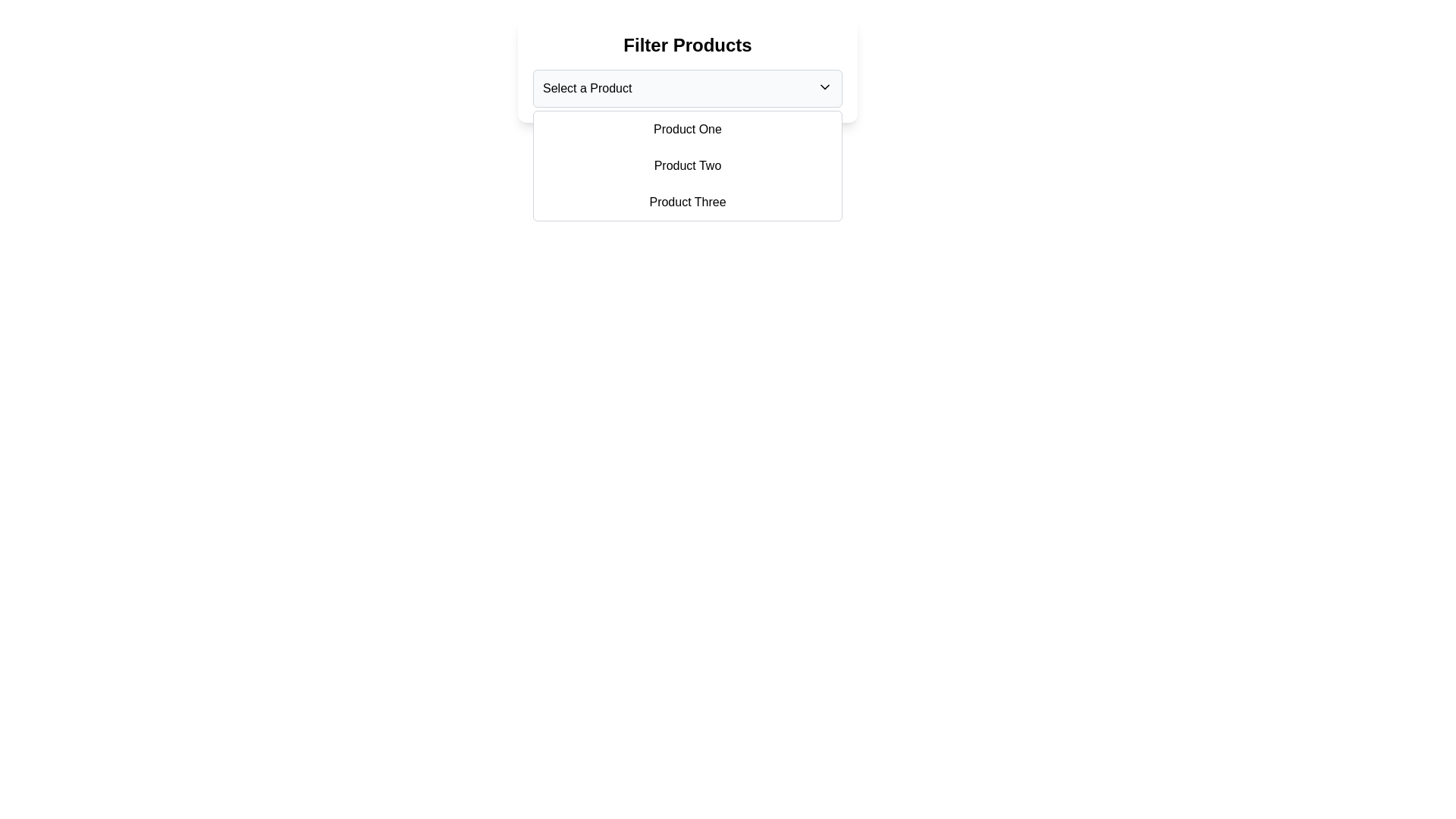 The width and height of the screenshot is (1456, 819). Describe the element at coordinates (824, 87) in the screenshot. I see `the Dropdown indicator icon at the far-right edge of the 'Select a Product' field to infer its dropdown functionality` at that location.